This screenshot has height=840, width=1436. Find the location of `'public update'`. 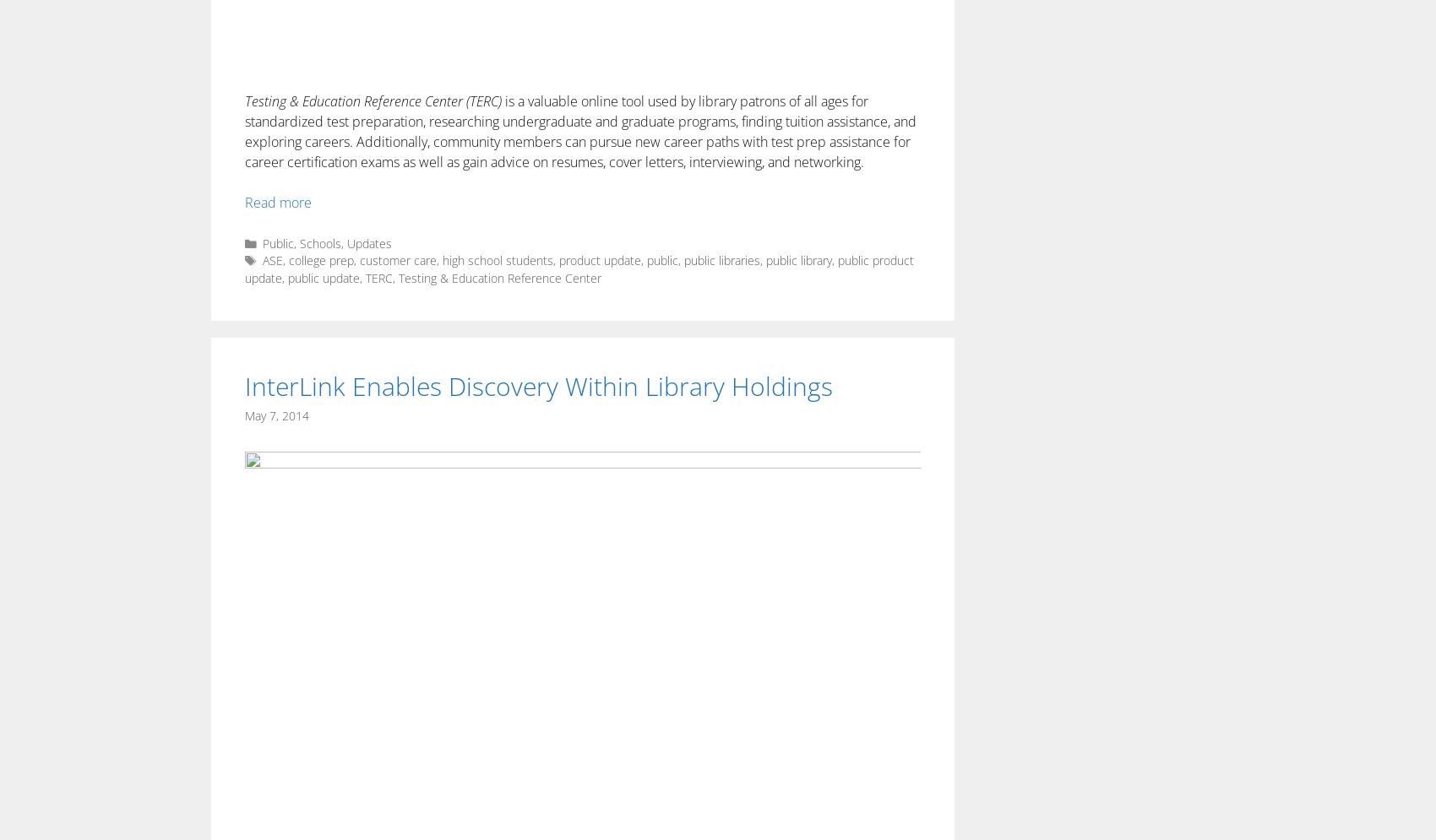

'public update' is located at coordinates (323, 277).